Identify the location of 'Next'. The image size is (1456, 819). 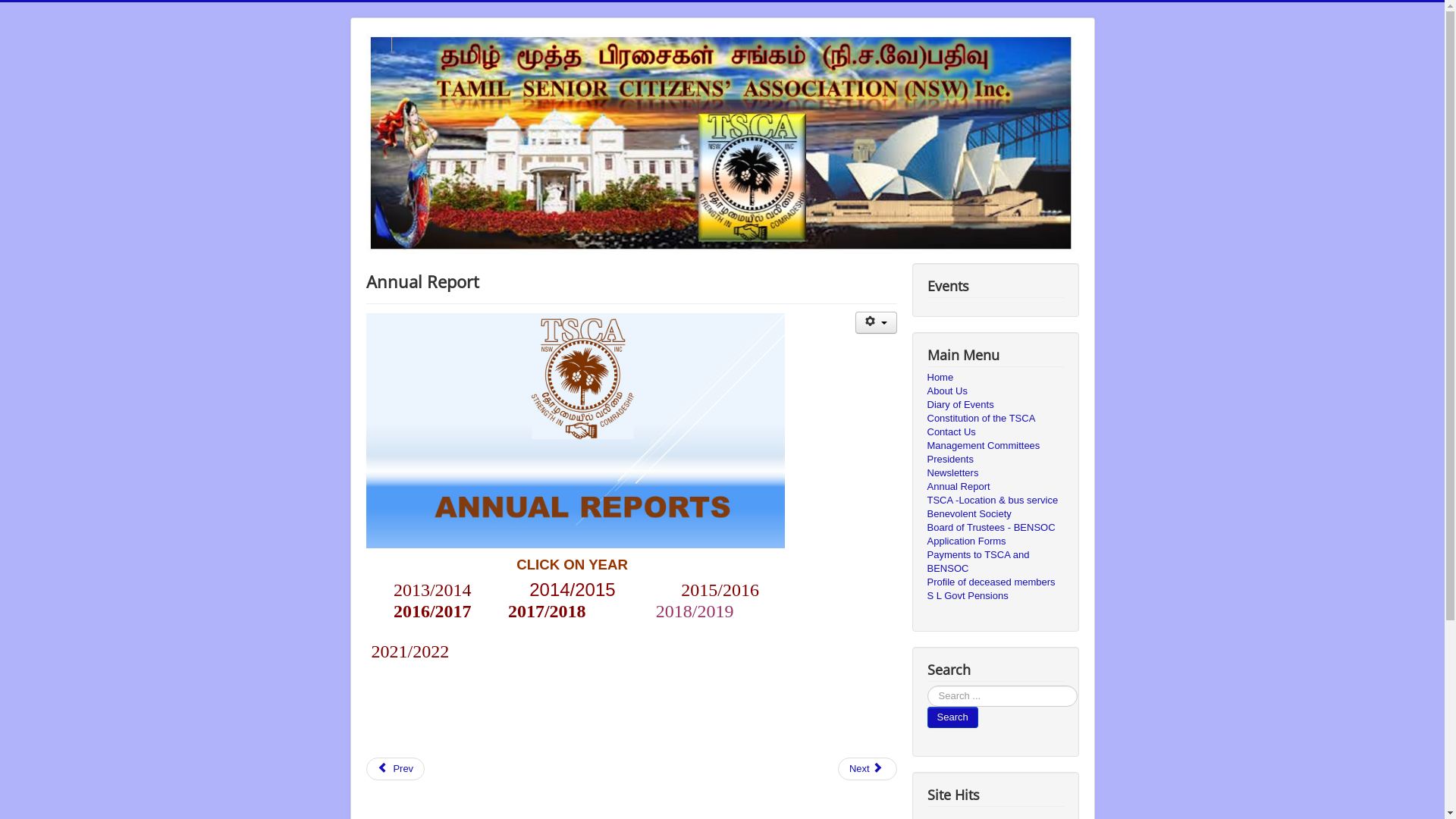
(867, 769).